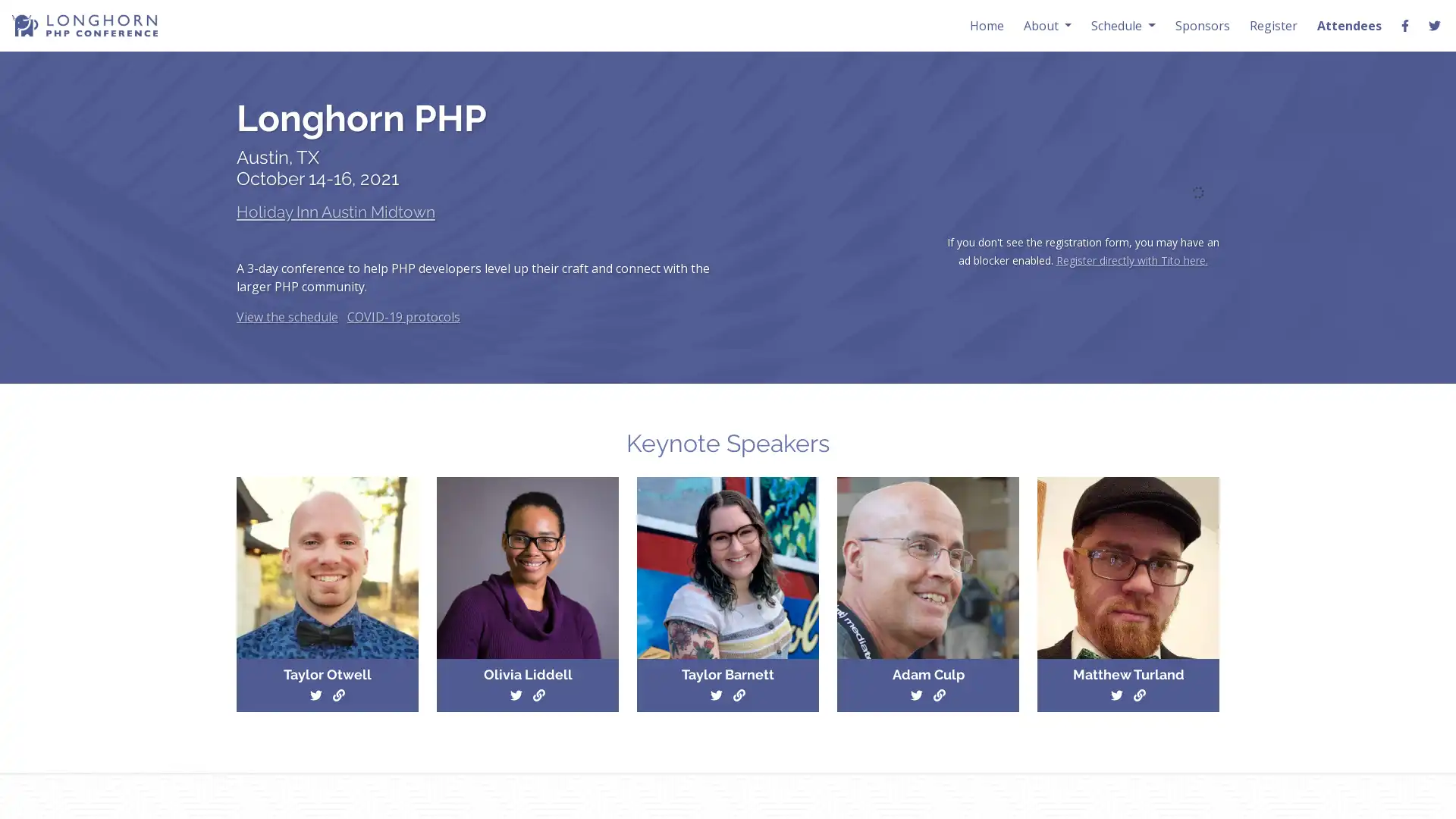 The height and width of the screenshot is (819, 1456). Describe the element at coordinates (1046, 25) in the screenshot. I see `About` at that location.